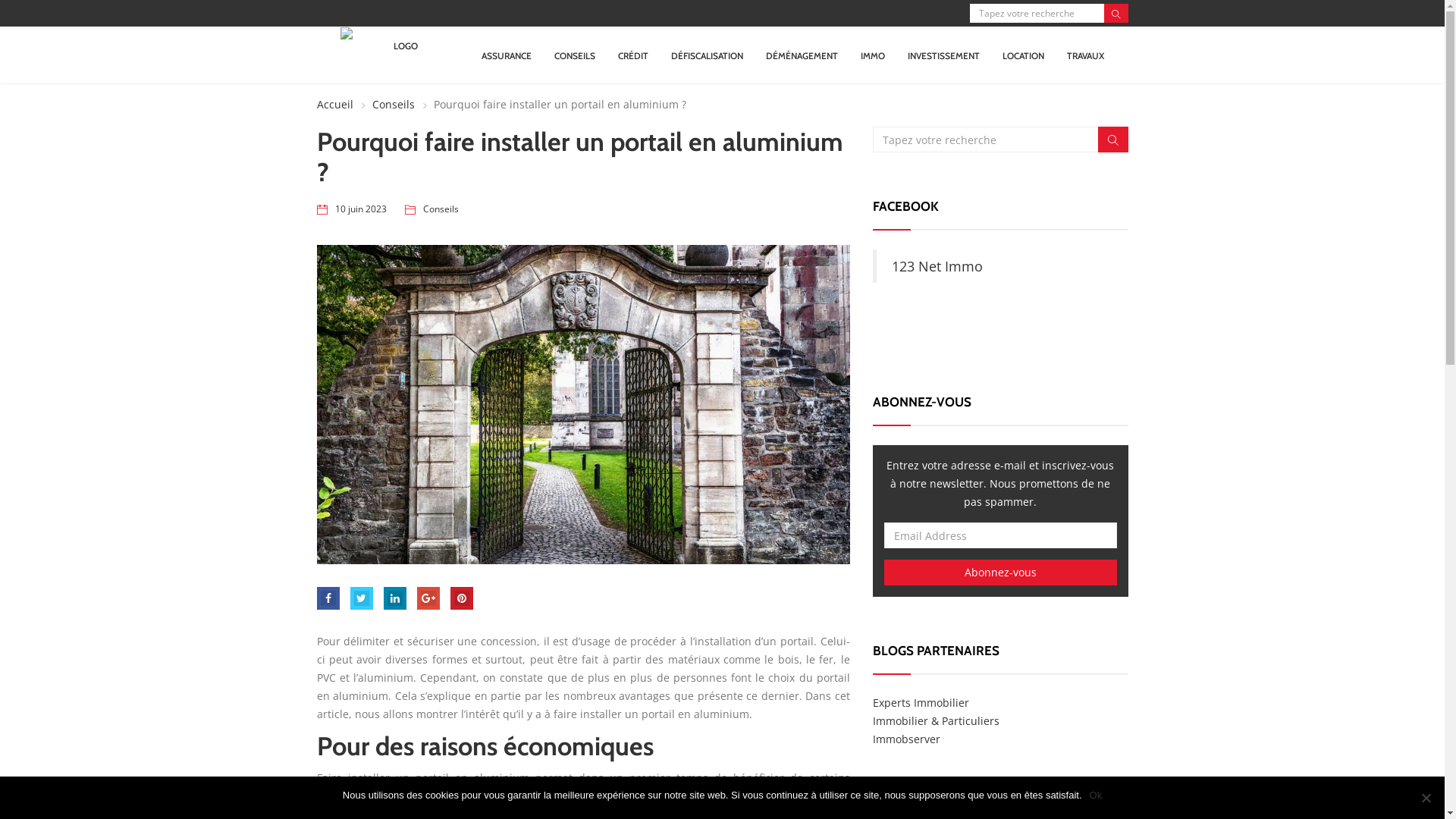 This screenshot has width=1456, height=819. What do you see at coordinates (1084, 55) in the screenshot?
I see `'TRAVAUX'` at bounding box center [1084, 55].